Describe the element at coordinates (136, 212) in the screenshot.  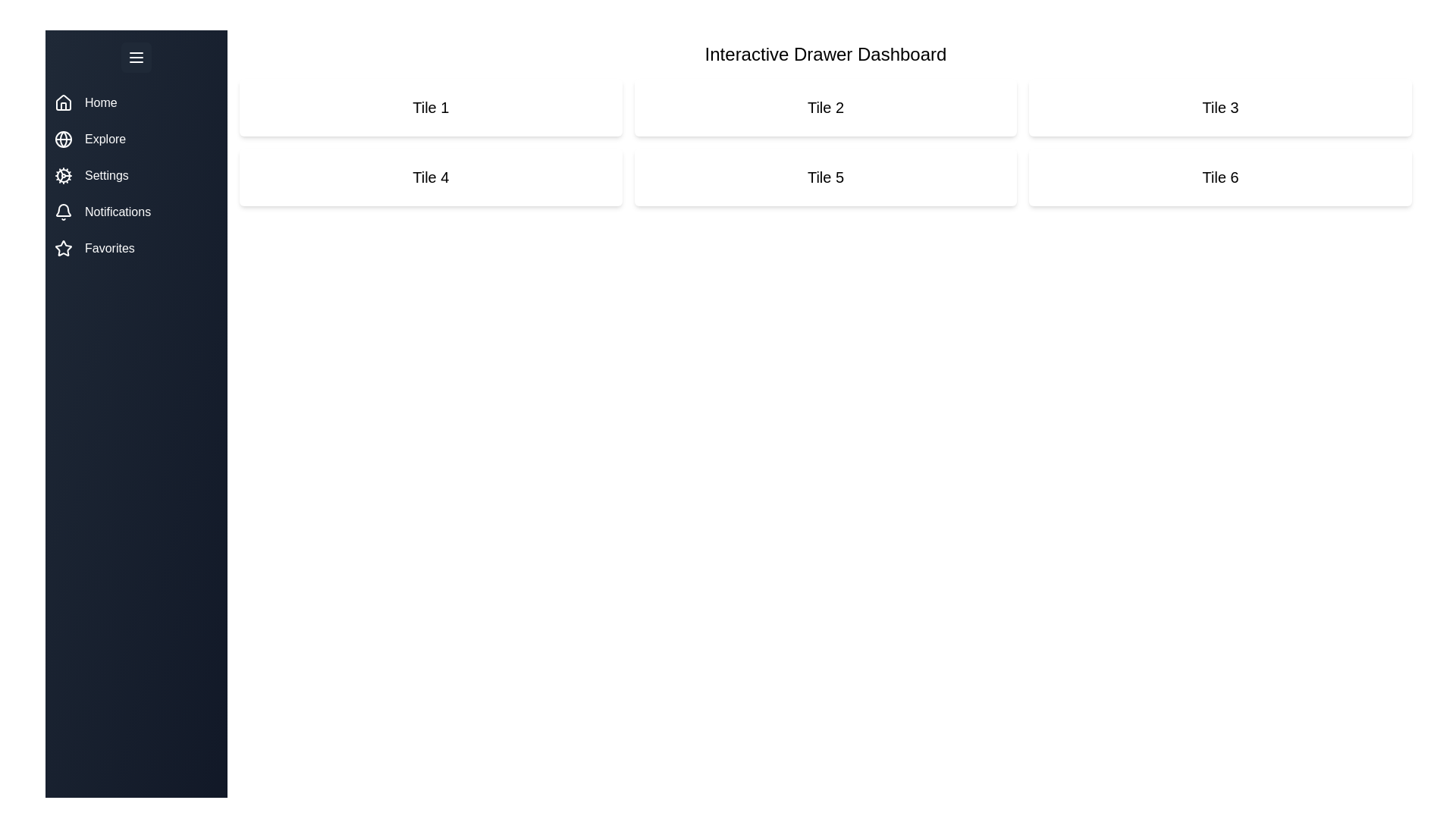
I see `the navigation item Notifications to see its hover effect` at that location.